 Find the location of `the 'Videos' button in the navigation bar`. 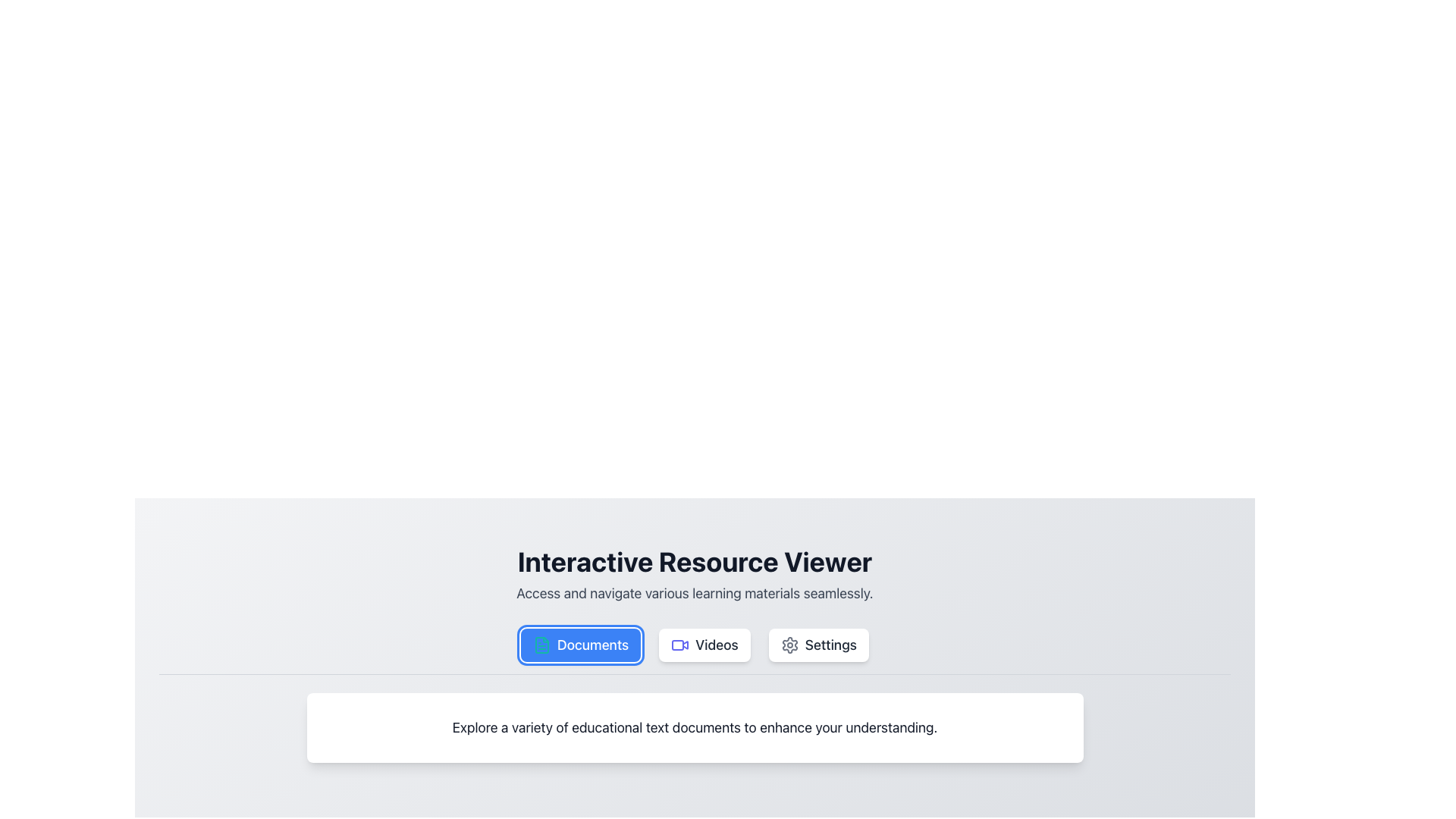

the 'Videos' button in the navigation bar is located at coordinates (704, 645).